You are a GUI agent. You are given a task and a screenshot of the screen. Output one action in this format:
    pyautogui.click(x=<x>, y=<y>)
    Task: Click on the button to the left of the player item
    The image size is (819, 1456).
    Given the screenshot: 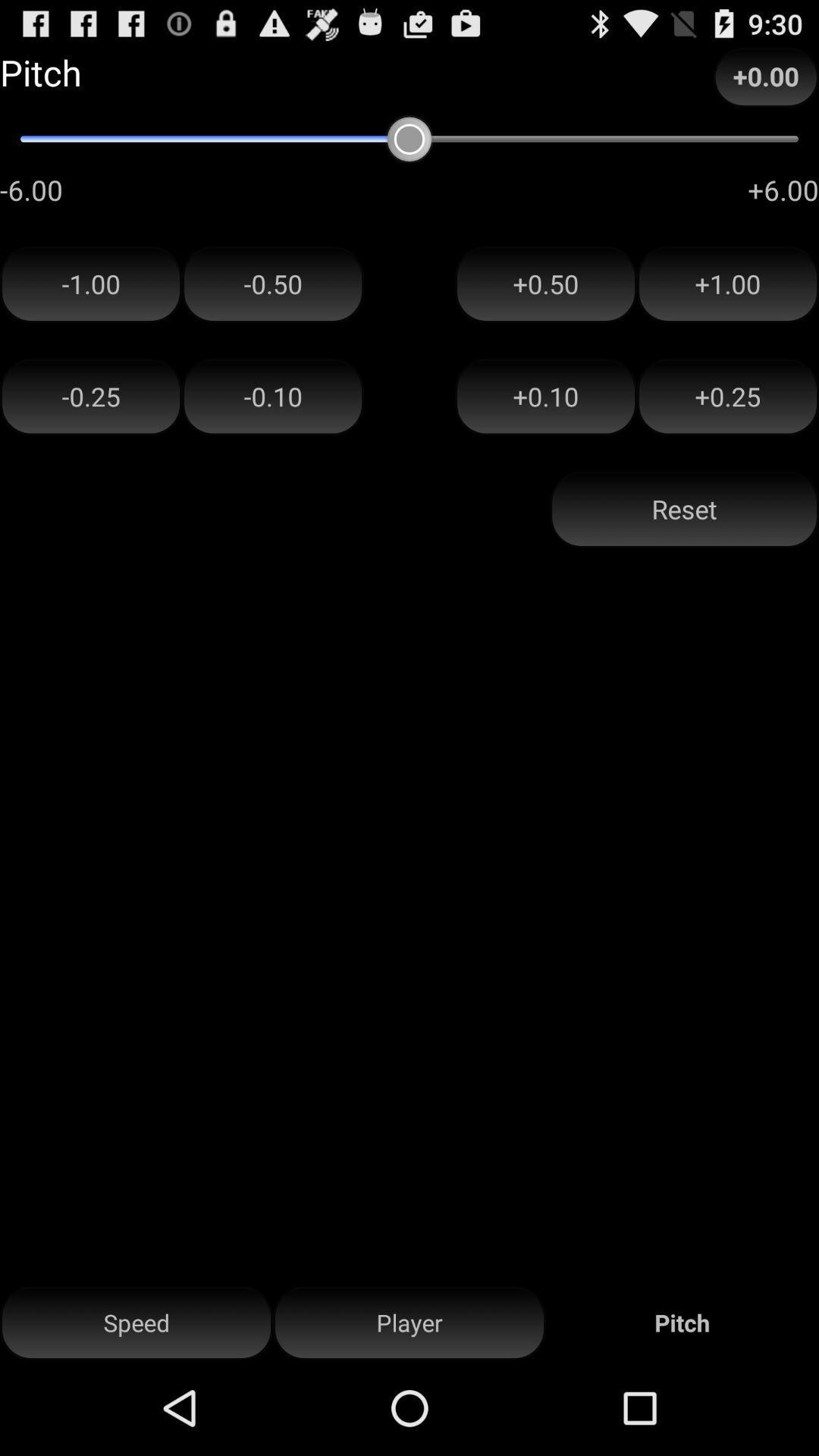 What is the action you would take?
    pyautogui.click(x=136, y=1323)
    